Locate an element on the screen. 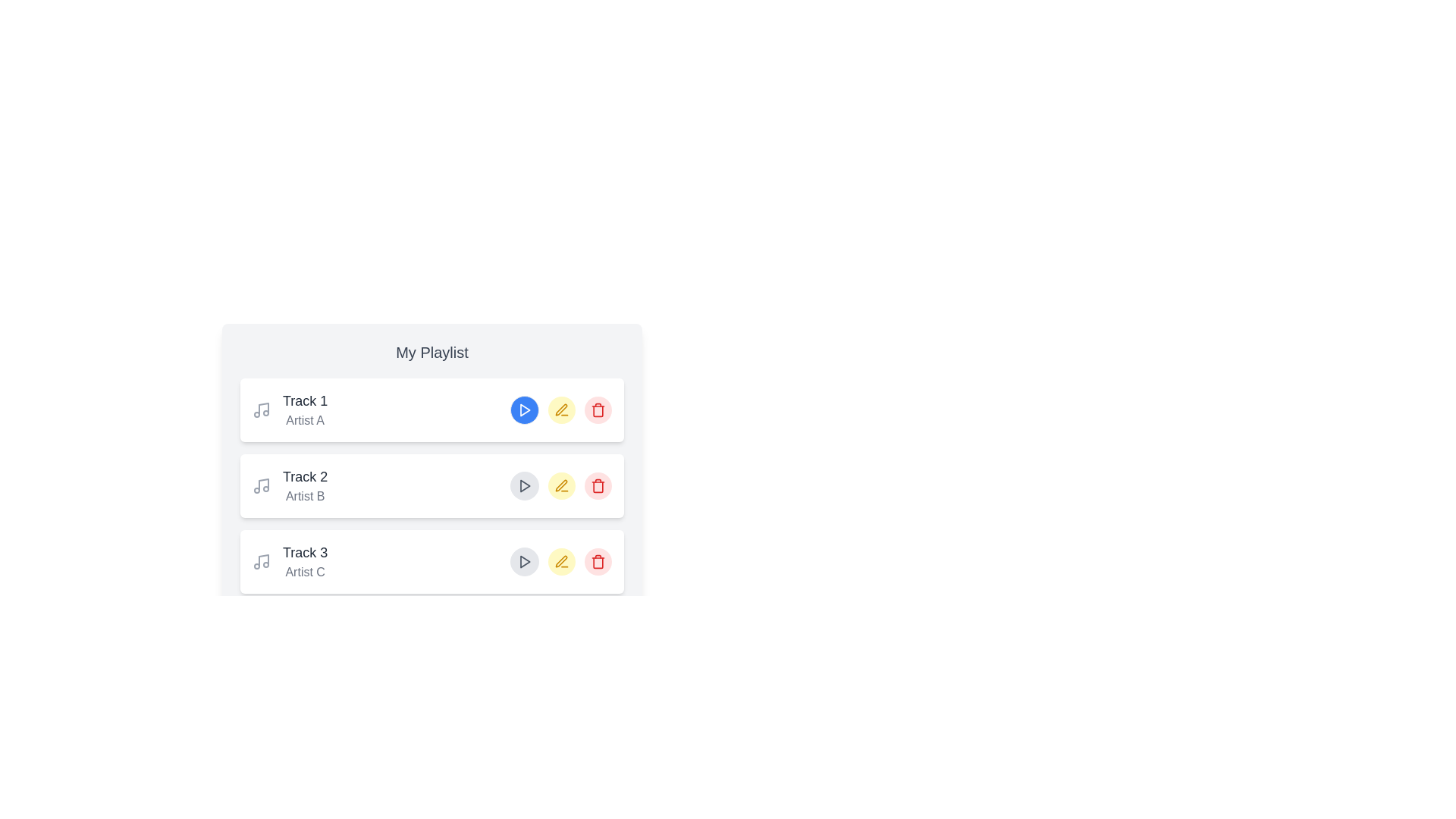 The height and width of the screenshot is (819, 1456). delete button for the track with title Track 3 is located at coordinates (597, 561).